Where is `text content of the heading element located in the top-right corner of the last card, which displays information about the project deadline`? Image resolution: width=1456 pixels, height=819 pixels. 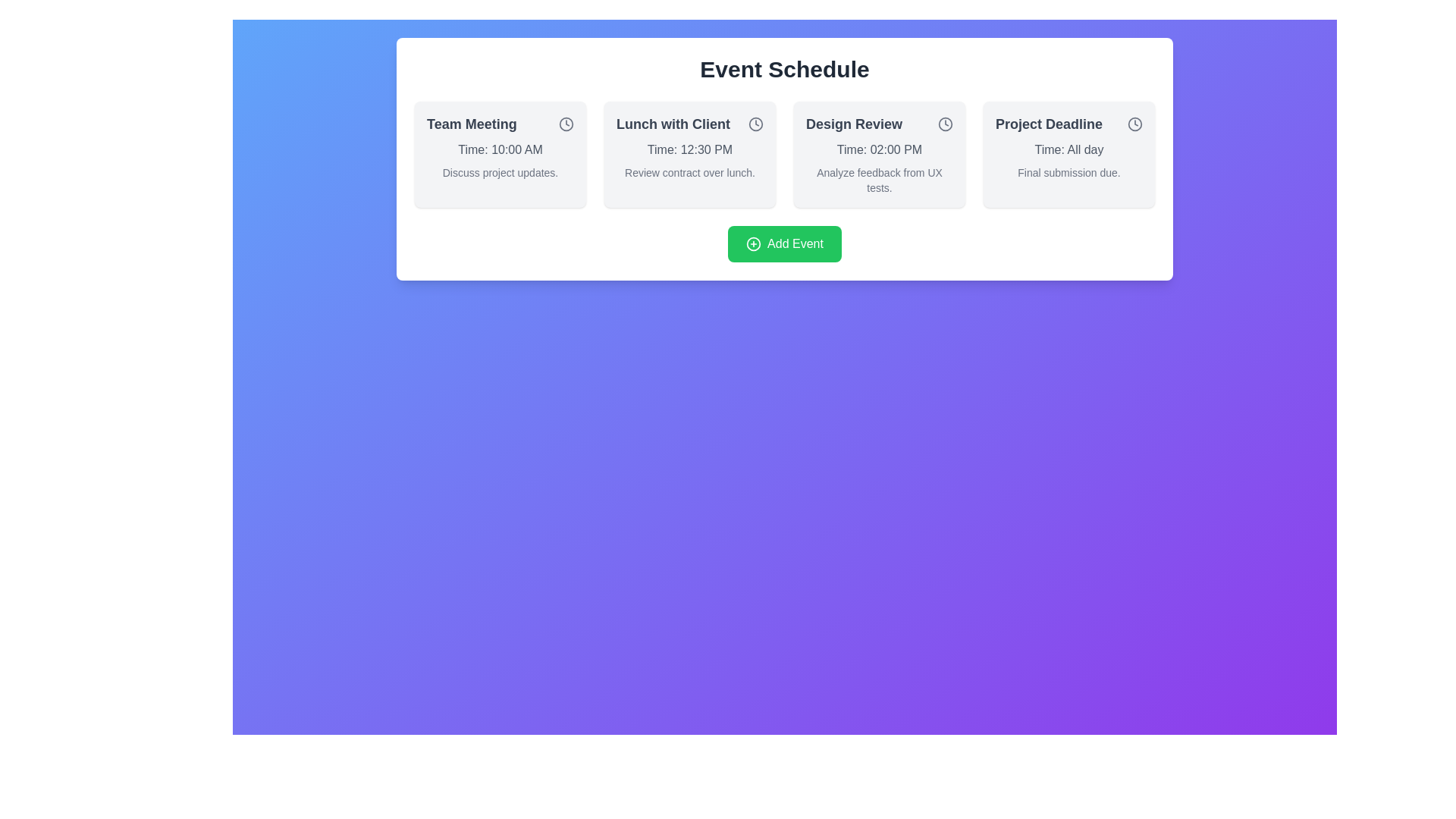
text content of the heading element located in the top-right corner of the last card, which displays information about the project deadline is located at coordinates (1068, 124).